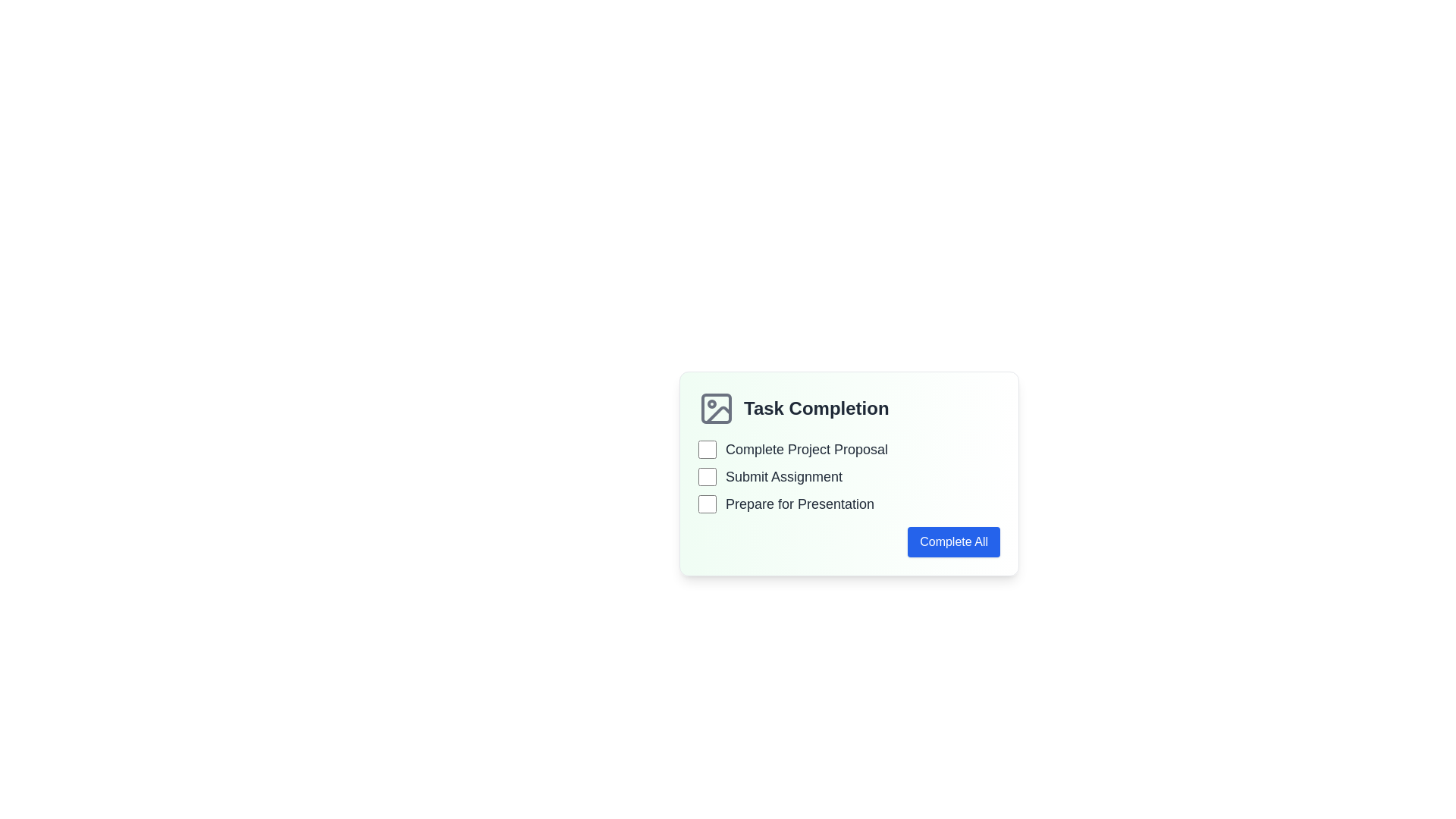 The image size is (1456, 819). Describe the element at coordinates (848, 475) in the screenshot. I see `the checkbox for the second task item 'Submit Assignment'` at that location.